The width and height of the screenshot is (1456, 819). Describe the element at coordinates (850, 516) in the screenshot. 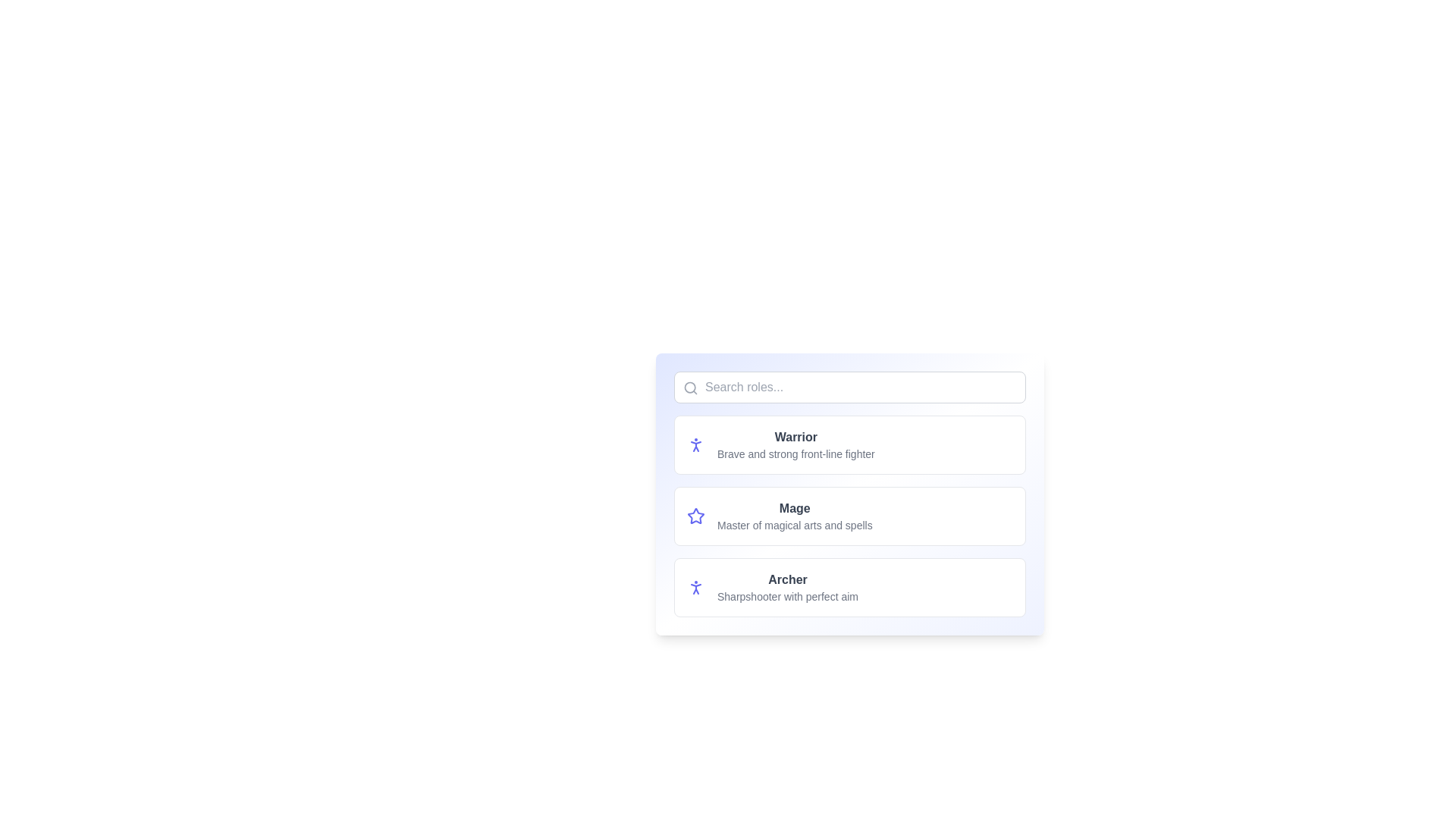

I see `the 'Mage' selectable item in the list` at that location.